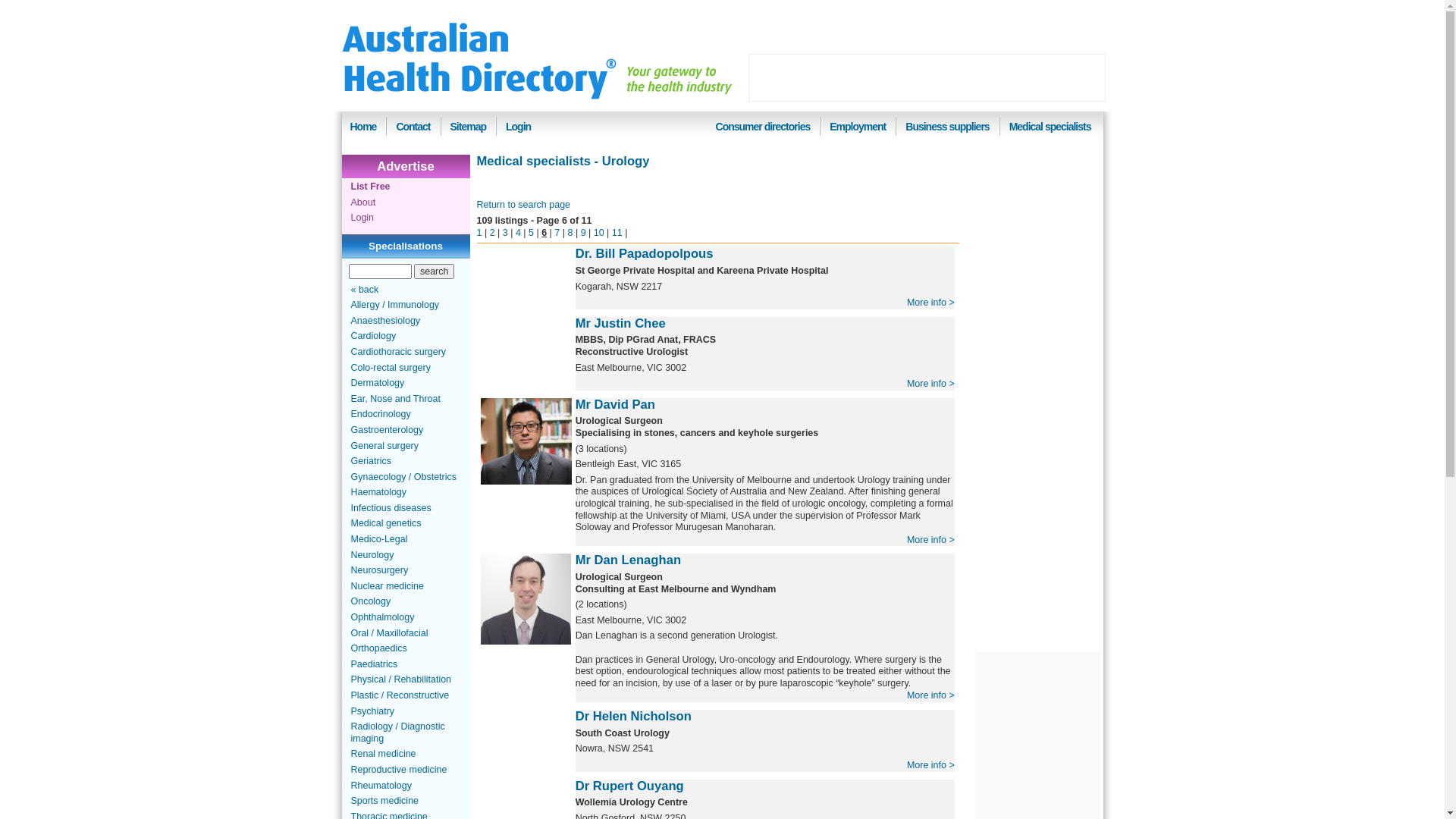 Image resolution: width=1456 pixels, height=819 pixels. Describe the element at coordinates (574, 560) in the screenshot. I see `'Mr Dan Lenaghan'` at that location.